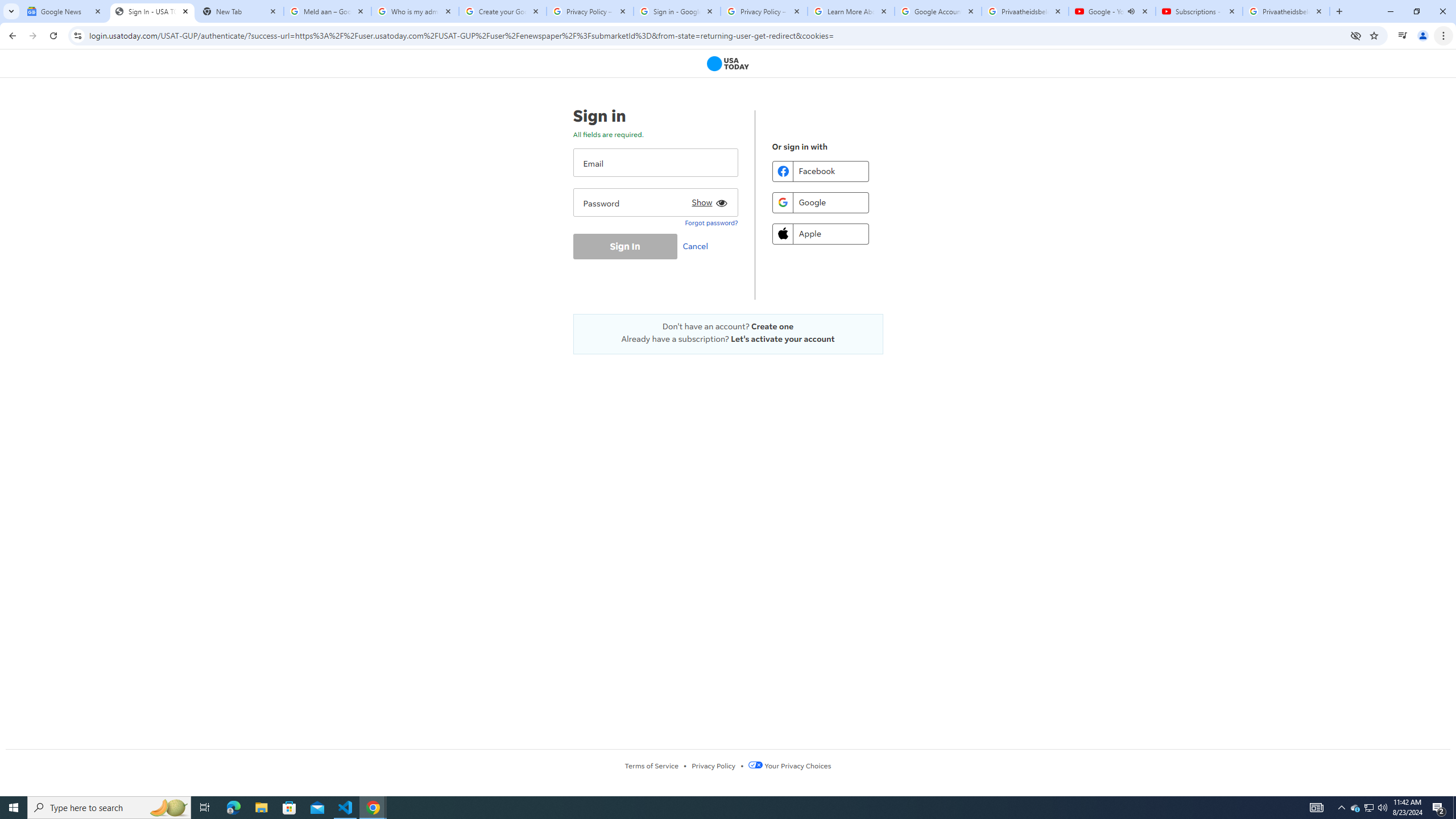 Image resolution: width=1456 pixels, height=819 pixels. What do you see at coordinates (1423, 35) in the screenshot?
I see `'You'` at bounding box center [1423, 35].